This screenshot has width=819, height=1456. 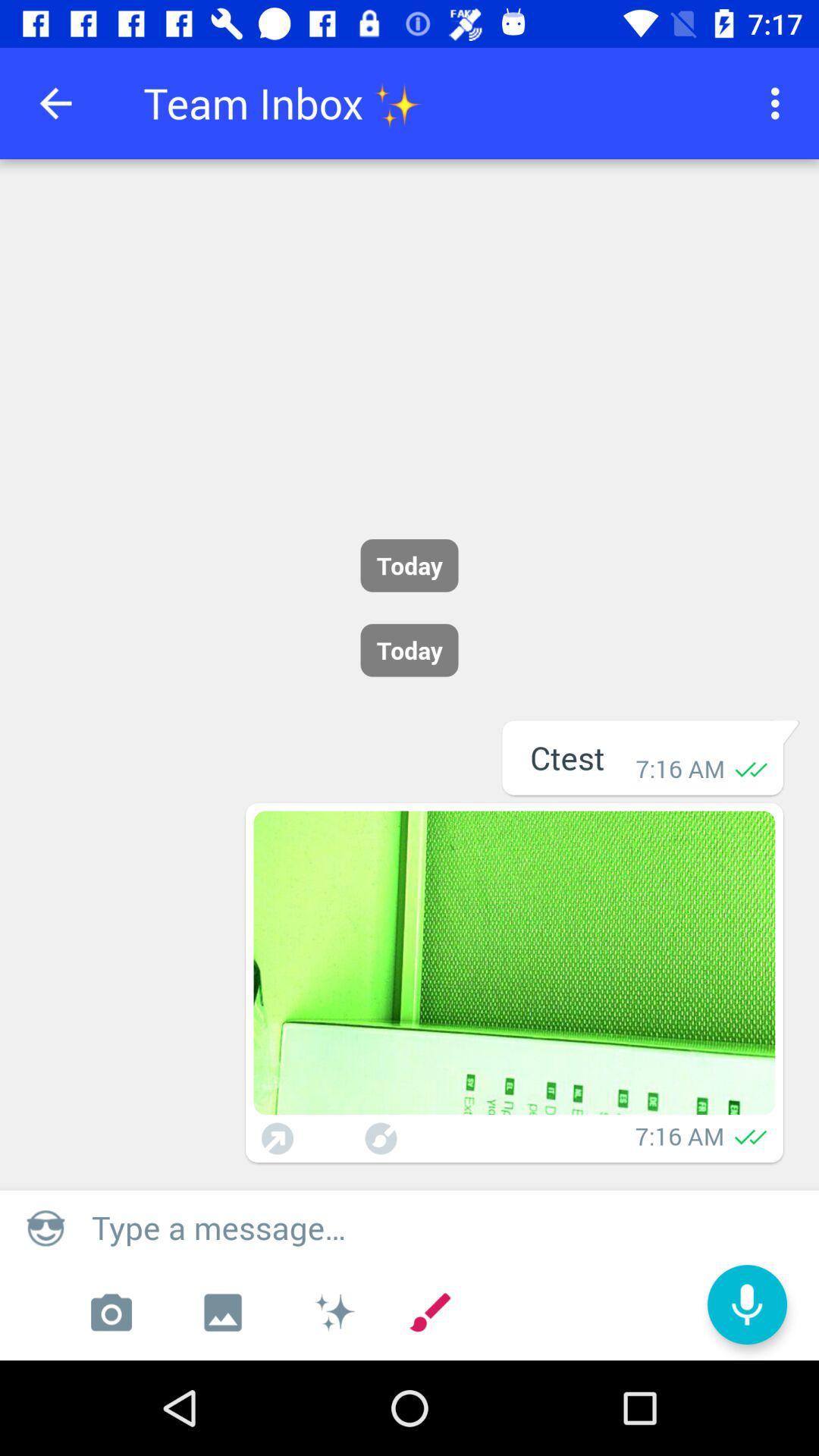 I want to click on camera, so click(x=110, y=1312).